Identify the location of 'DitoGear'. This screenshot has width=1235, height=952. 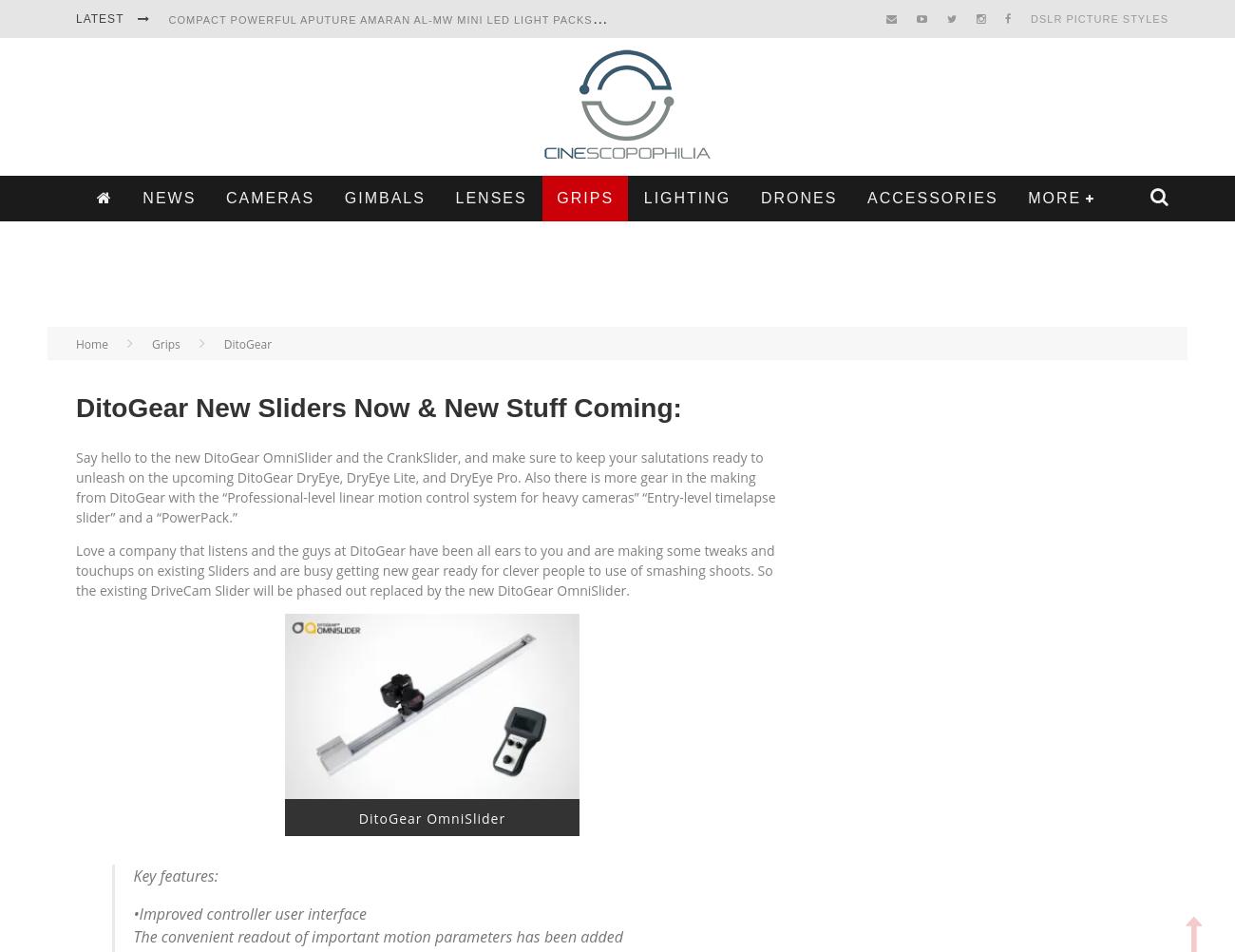
(246, 344).